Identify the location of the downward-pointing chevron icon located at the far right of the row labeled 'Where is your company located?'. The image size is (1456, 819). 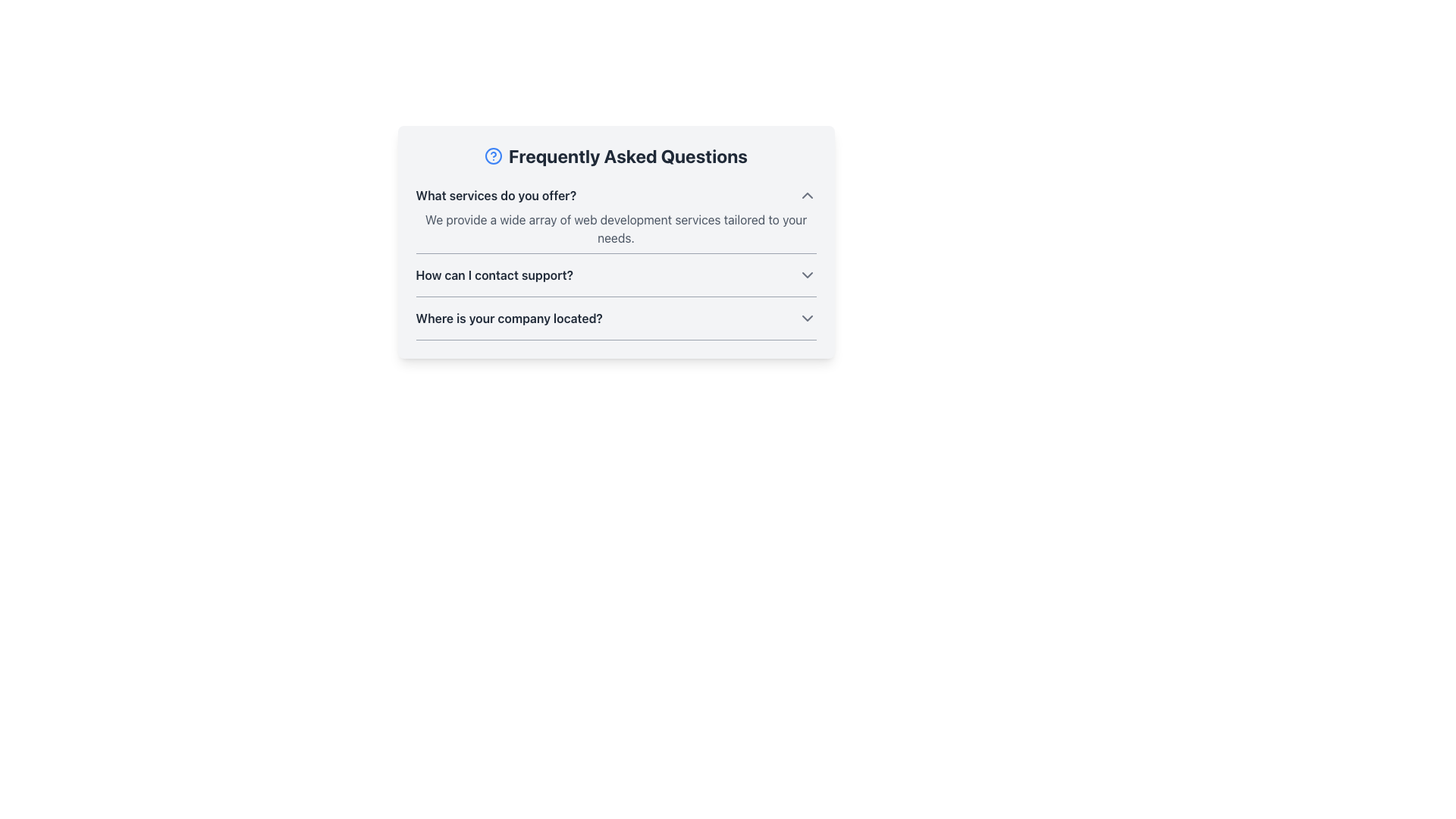
(806, 318).